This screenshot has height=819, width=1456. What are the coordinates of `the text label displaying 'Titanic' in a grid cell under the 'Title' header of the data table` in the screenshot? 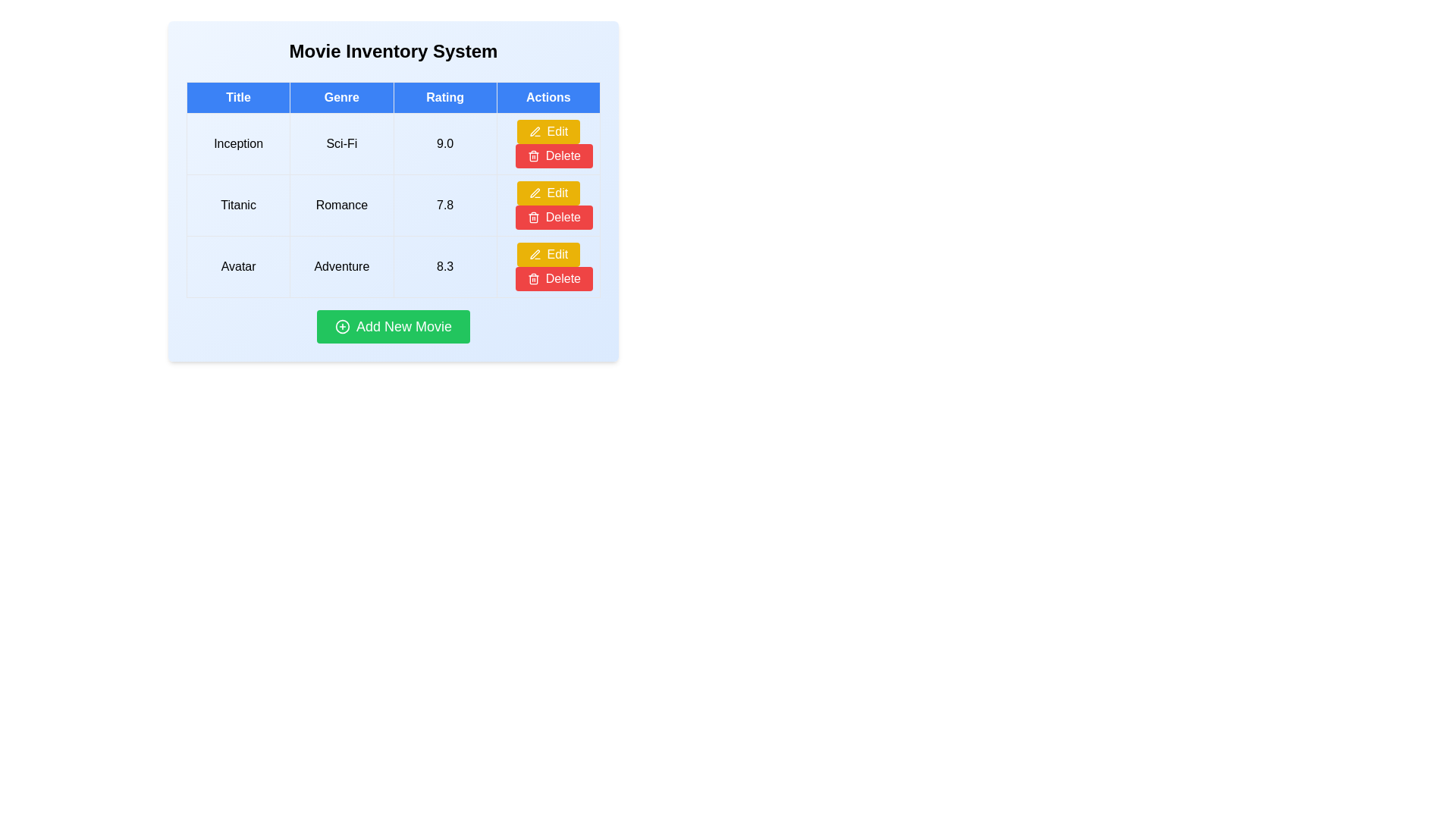 It's located at (237, 205).